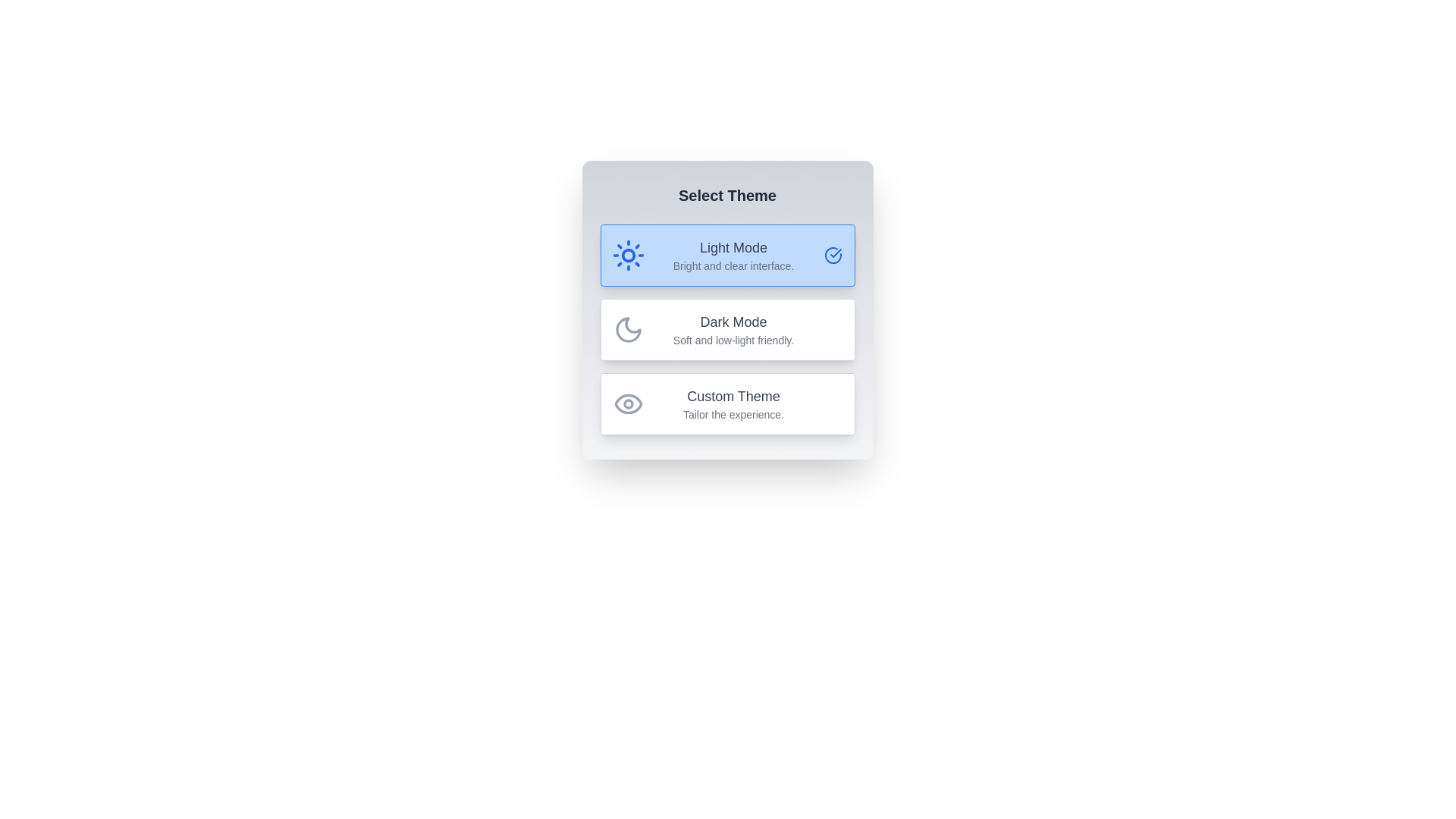 The width and height of the screenshot is (1456, 819). Describe the element at coordinates (835, 253) in the screenshot. I see `the checkmark SVG icon that indicates the selected status of the 'Light Mode' option, located at the bottom-right within a circular marker` at that location.